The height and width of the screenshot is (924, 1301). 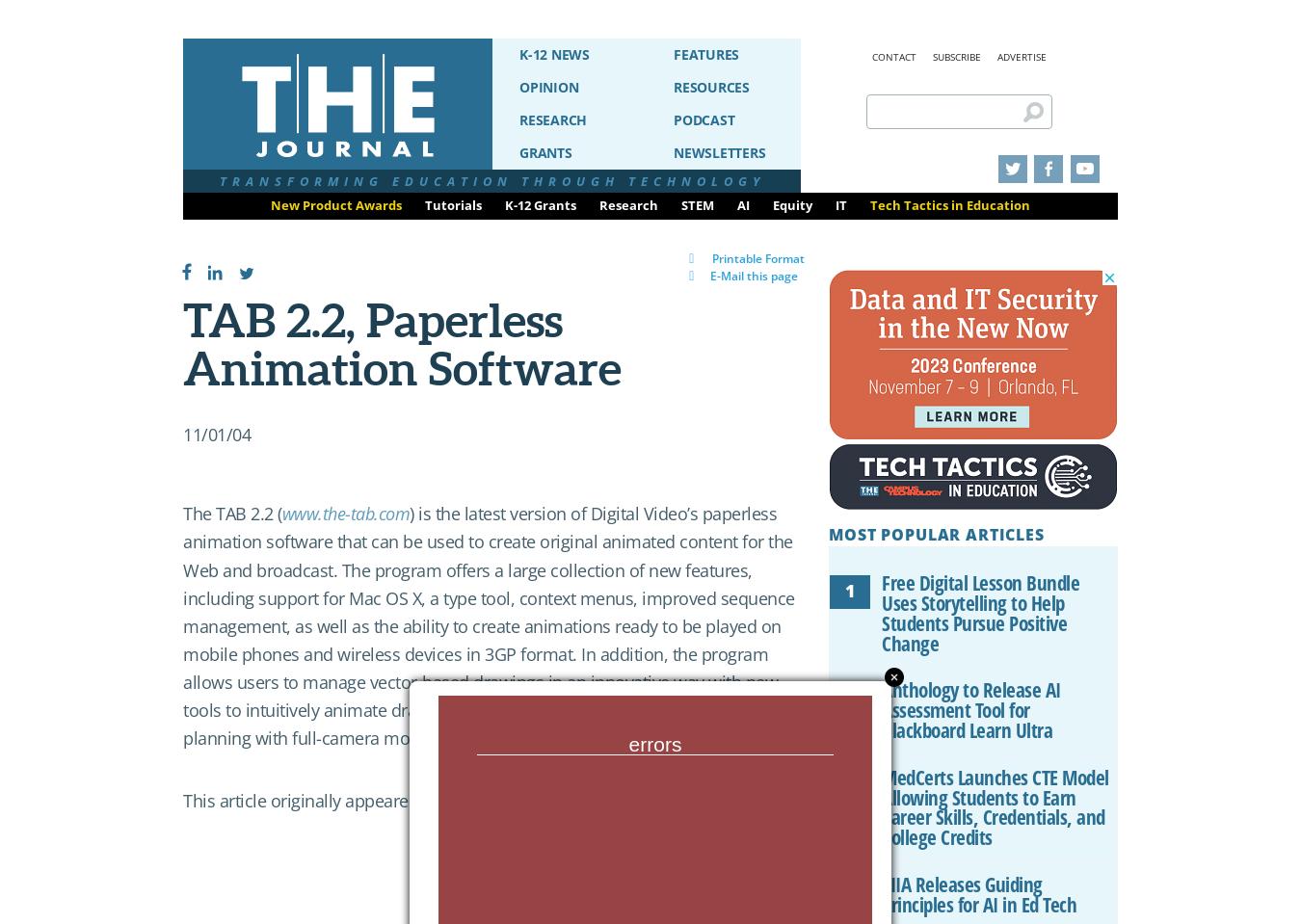 I want to click on 'Tutorials', so click(x=452, y=204).